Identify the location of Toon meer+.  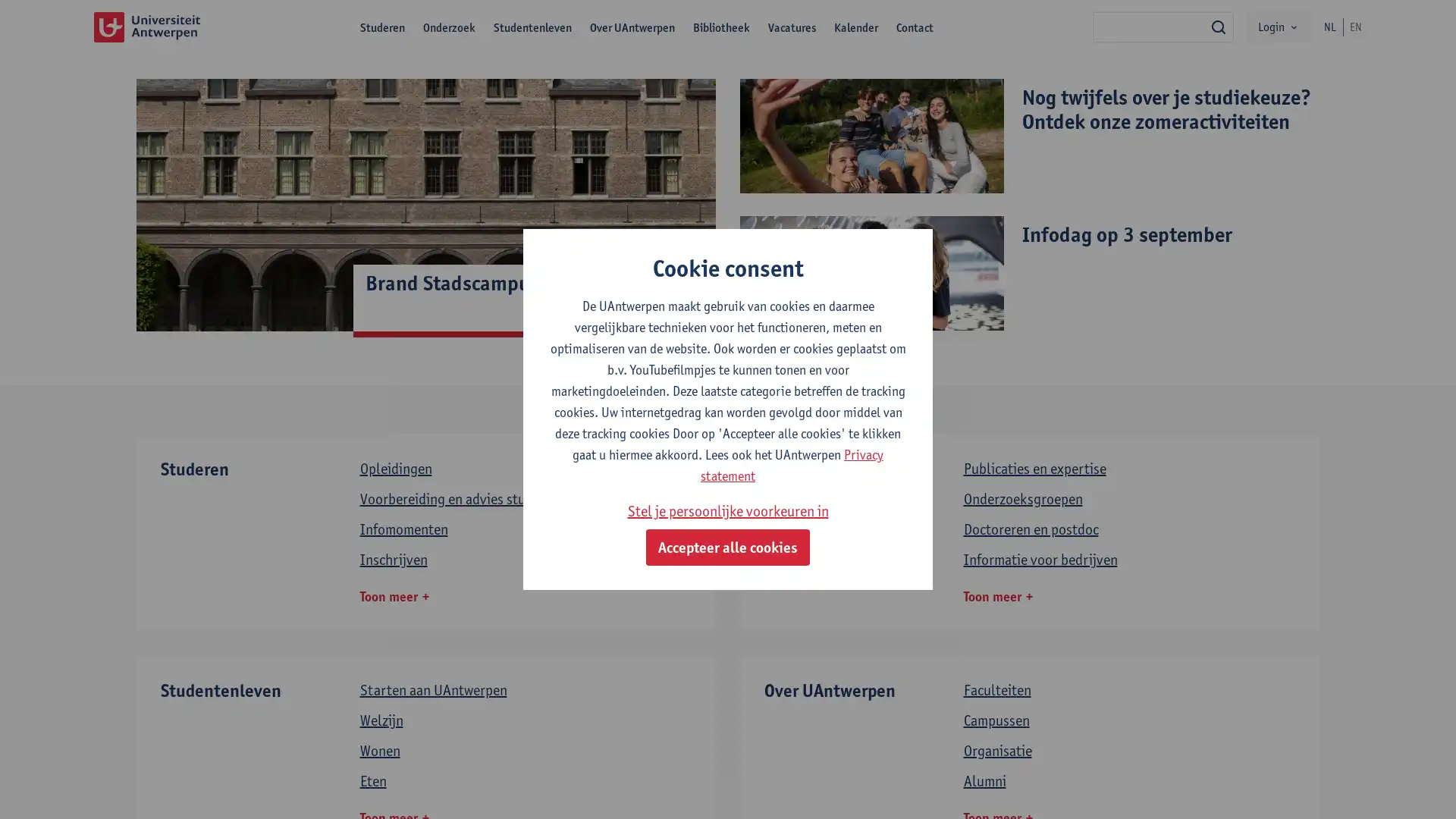
(394, 595).